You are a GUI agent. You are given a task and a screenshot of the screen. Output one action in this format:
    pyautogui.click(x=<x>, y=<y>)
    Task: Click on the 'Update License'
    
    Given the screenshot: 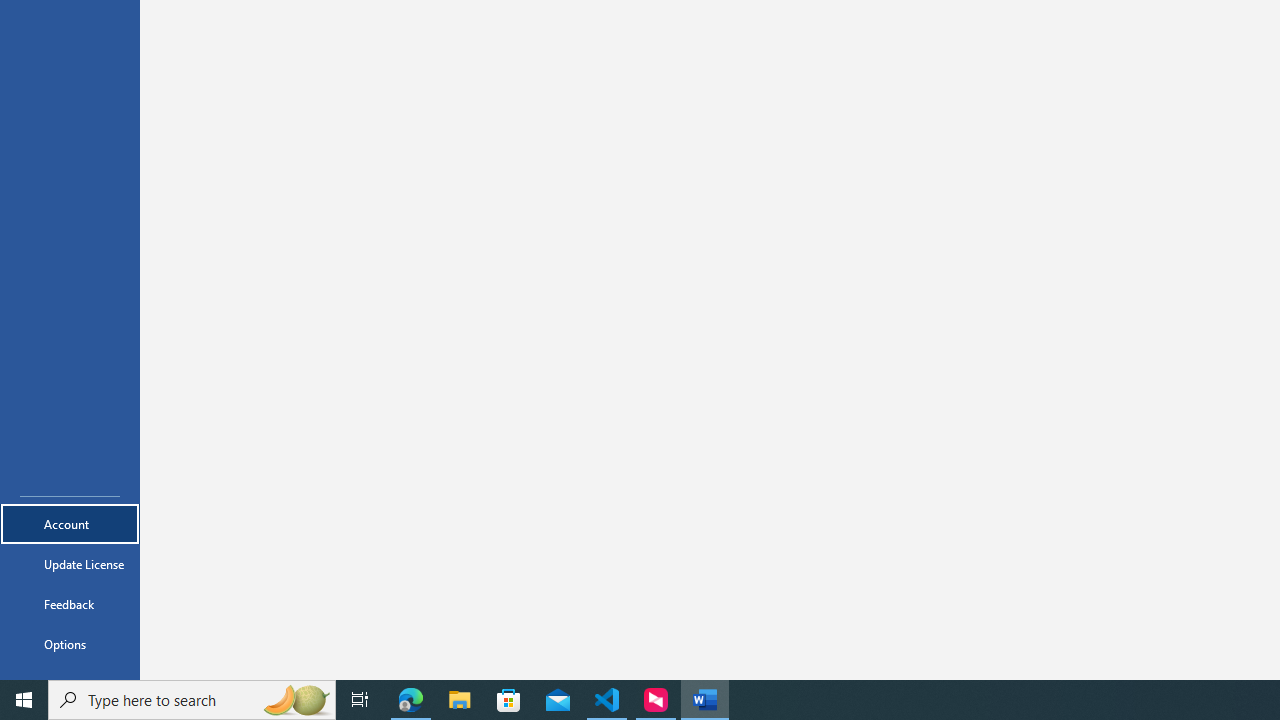 What is the action you would take?
    pyautogui.click(x=69, y=564)
    